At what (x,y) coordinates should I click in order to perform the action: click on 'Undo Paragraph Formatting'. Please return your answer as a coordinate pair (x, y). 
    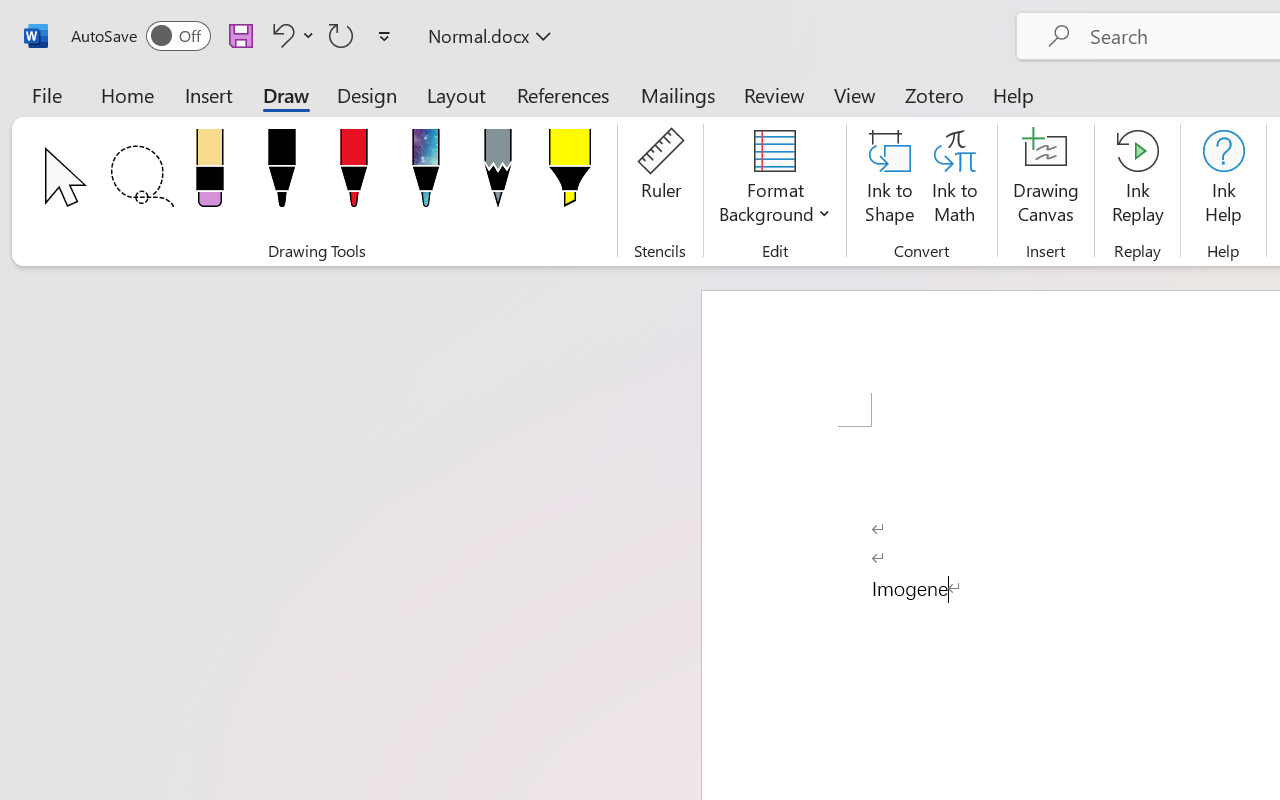
    Looking at the image, I should click on (289, 34).